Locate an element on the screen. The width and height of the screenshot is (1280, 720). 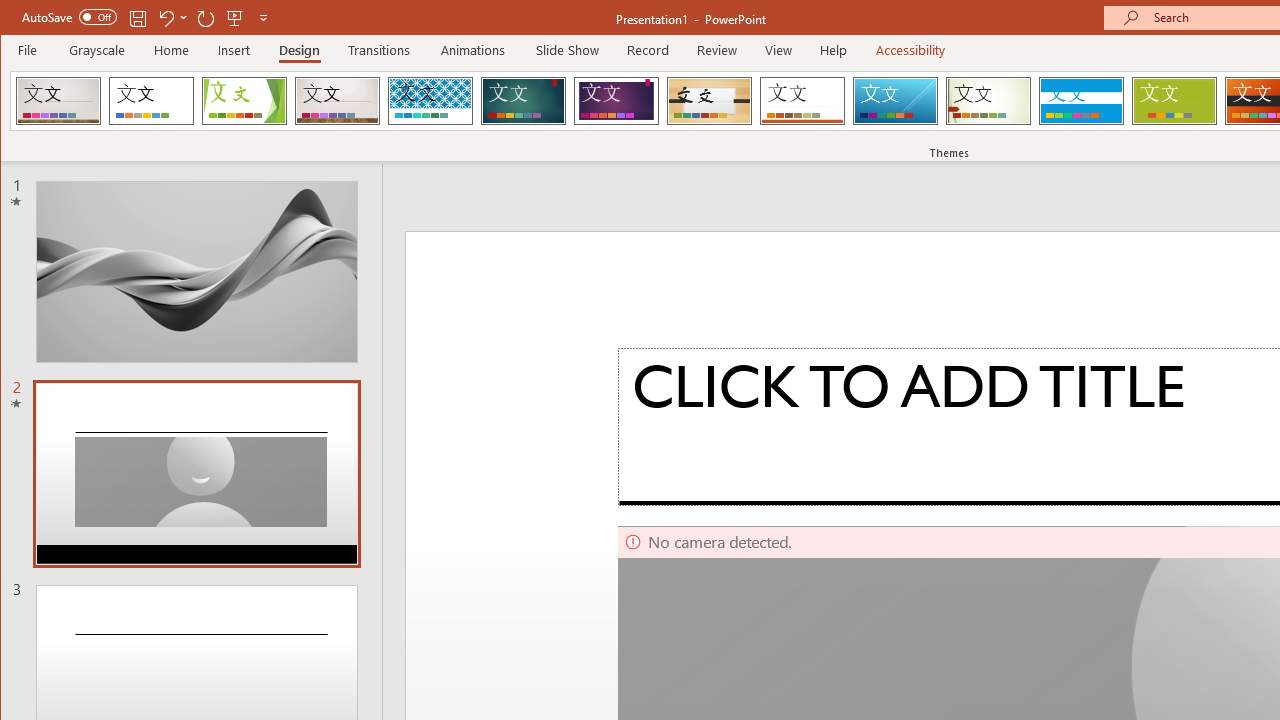
'Integral' is located at coordinates (429, 100).